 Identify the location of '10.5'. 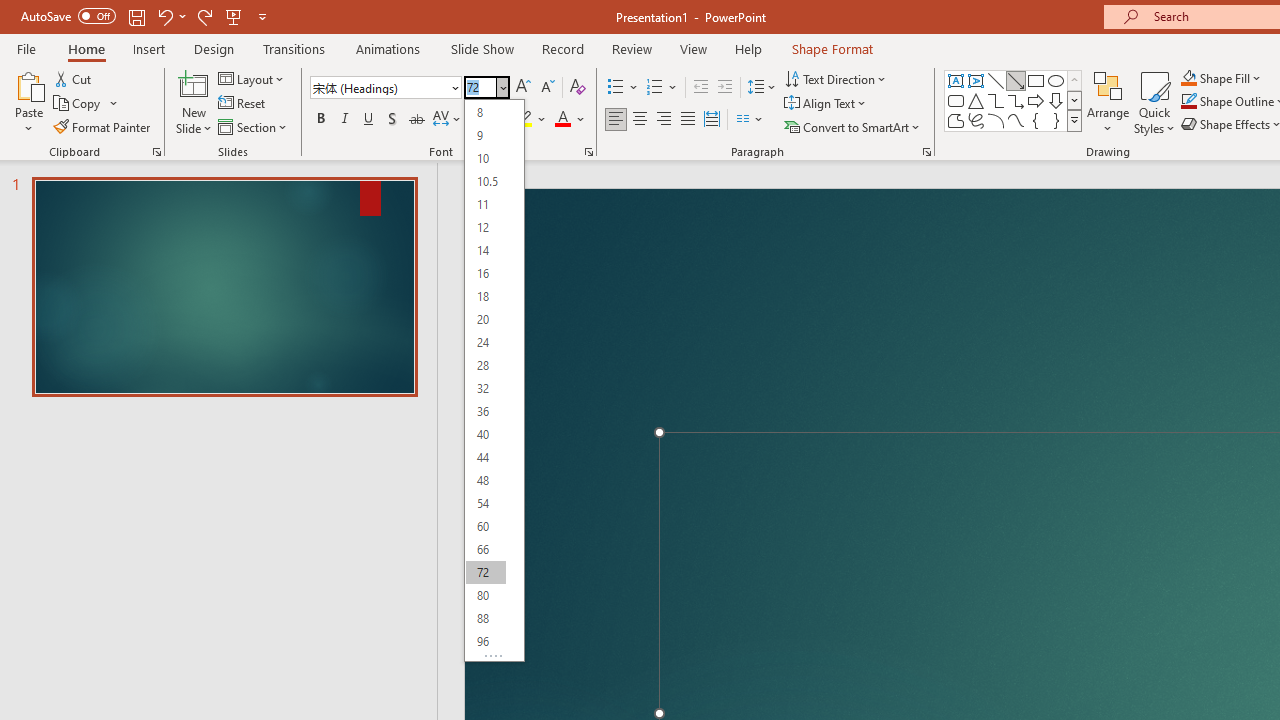
(485, 181).